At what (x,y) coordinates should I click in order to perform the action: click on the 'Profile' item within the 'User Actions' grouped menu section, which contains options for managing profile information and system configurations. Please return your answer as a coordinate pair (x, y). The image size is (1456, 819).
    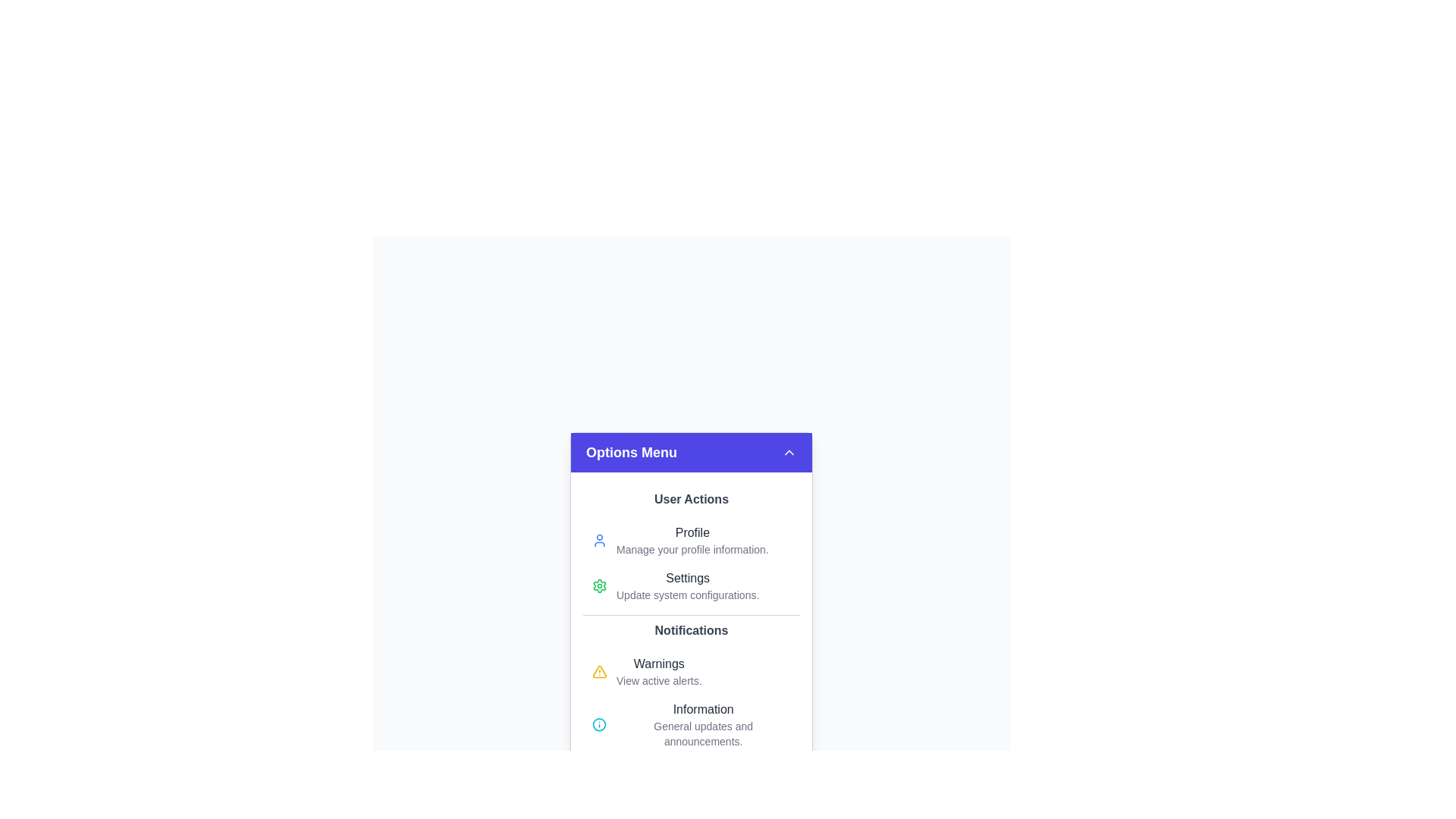
    Looking at the image, I should click on (691, 550).